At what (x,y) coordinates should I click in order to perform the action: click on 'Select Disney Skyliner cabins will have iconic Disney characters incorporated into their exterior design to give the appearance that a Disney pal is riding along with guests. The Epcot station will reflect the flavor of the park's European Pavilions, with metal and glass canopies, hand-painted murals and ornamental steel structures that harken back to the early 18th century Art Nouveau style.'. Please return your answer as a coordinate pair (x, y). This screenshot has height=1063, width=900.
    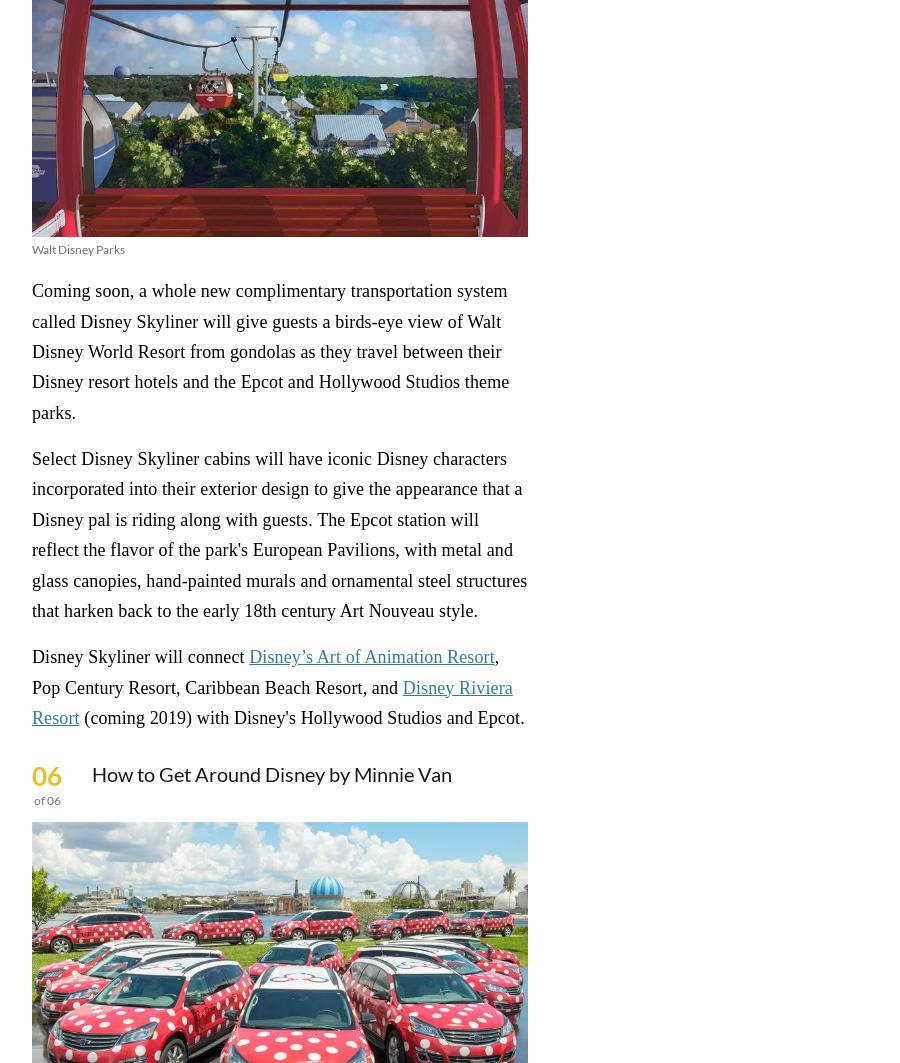
    Looking at the image, I should click on (278, 533).